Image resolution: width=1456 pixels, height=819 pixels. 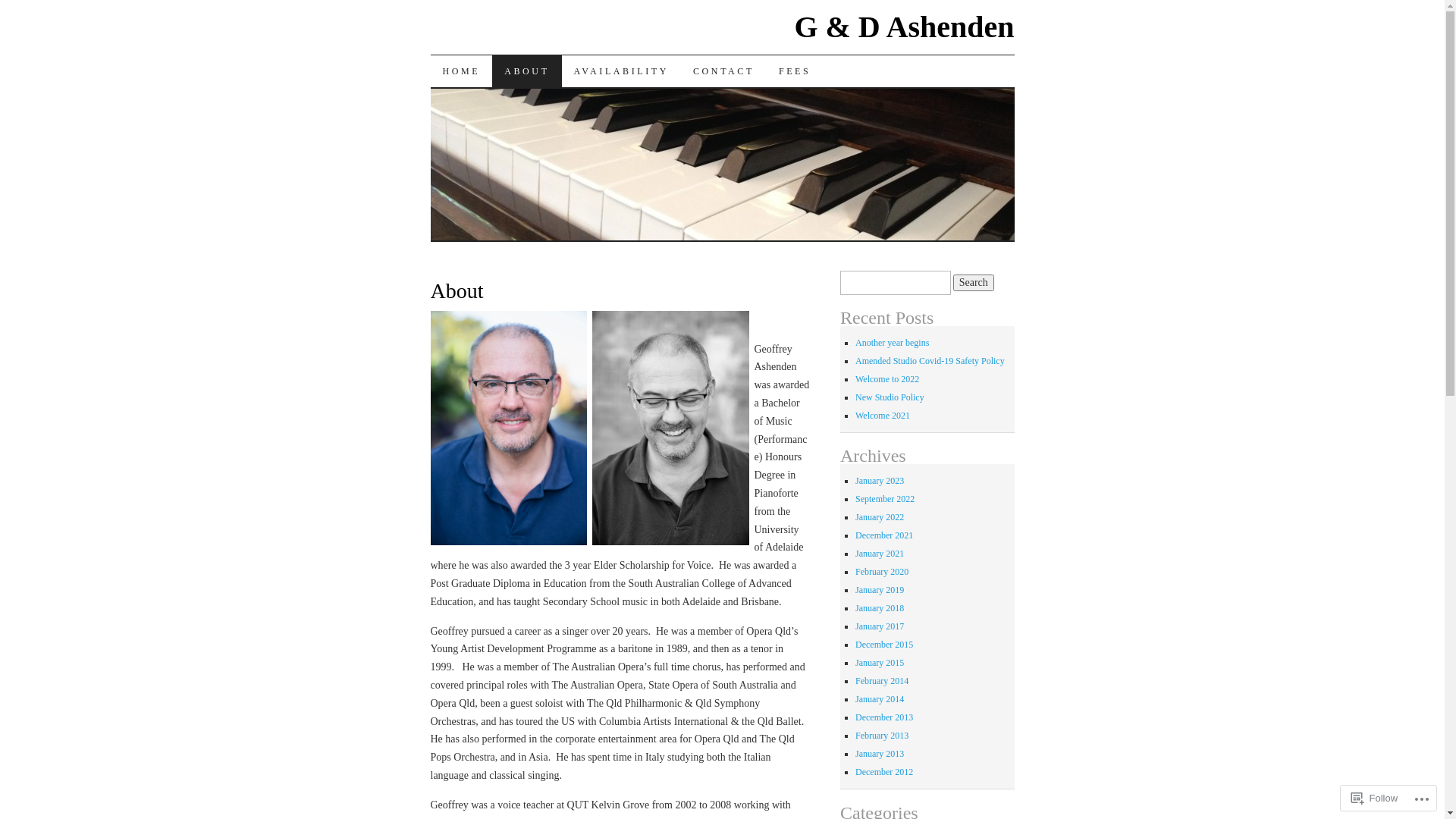 I want to click on 'CONTACT', so click(x=723, y=71).